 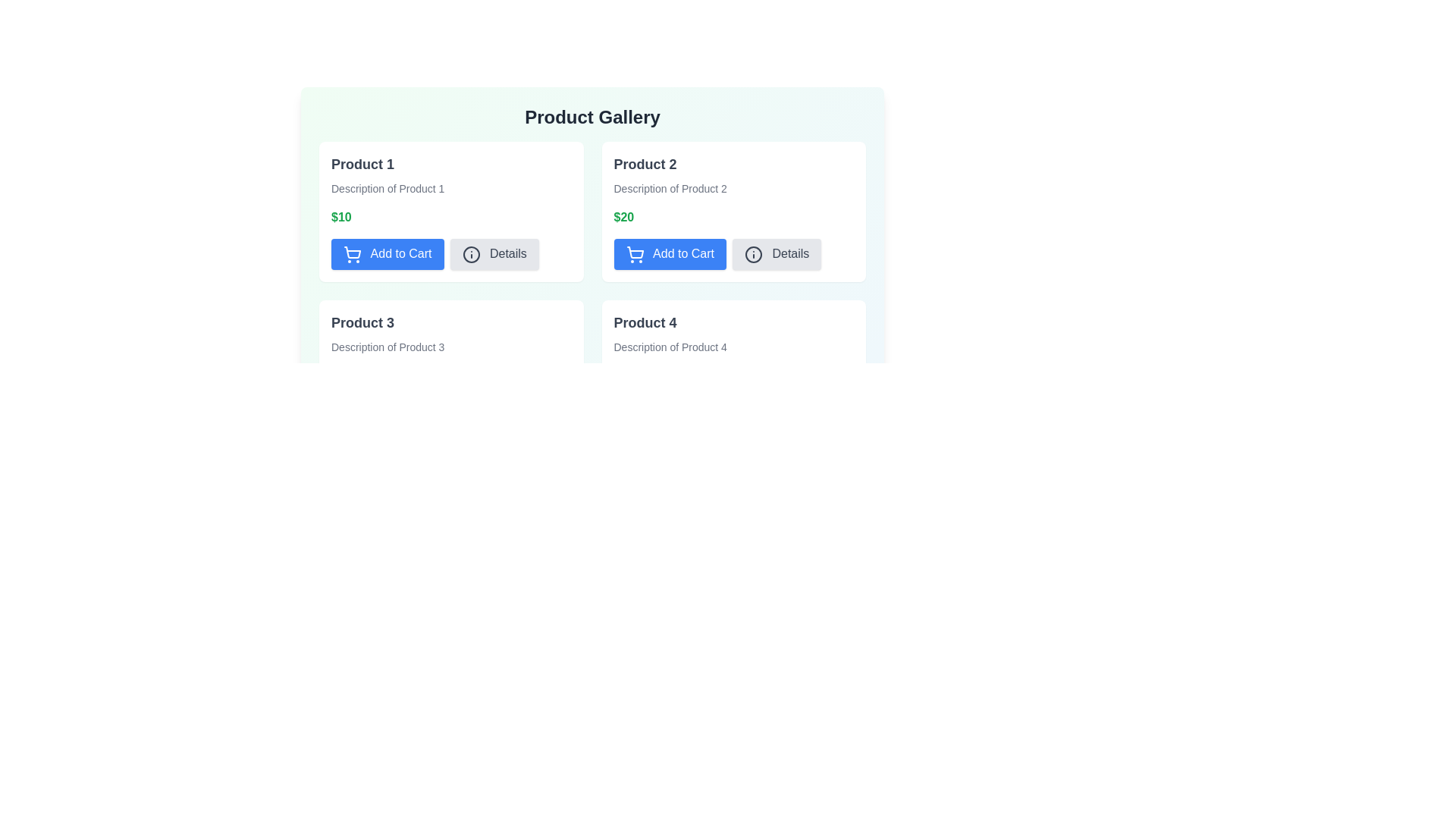 What do you see at coordinates (669, 253) in the screenshot?
I see `the 'Add to Cart' button, which is a rectangular blue button with white text and a shopping cart icon, located in the second column below Product 2's details` at bounding box center [669, 253].